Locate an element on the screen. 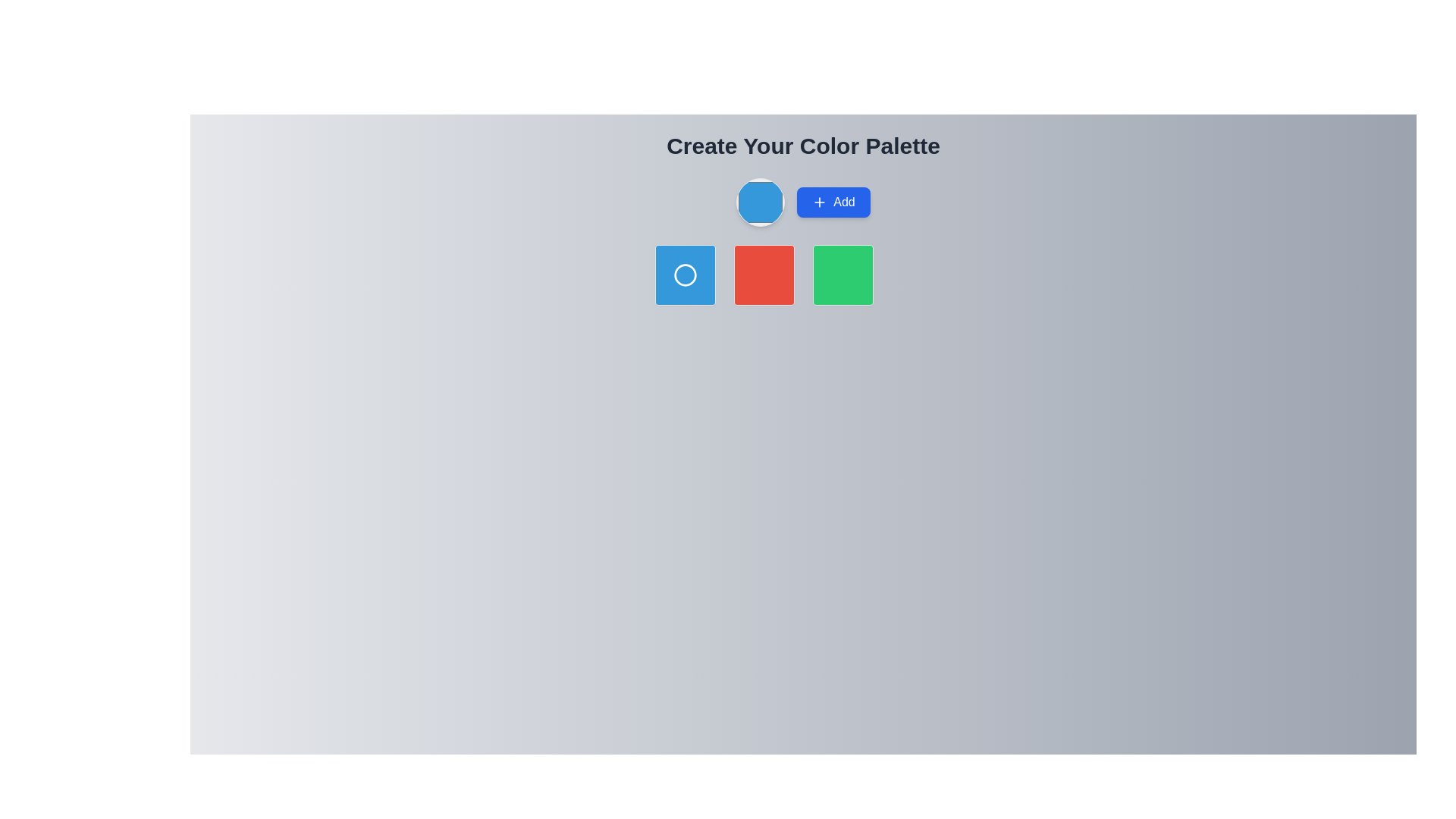 The image size is (1456, 819). the first selectable grid item located in the bottom left area of the grid under the 'Create Your Color Palette' header is located at coordinates (684, 275).